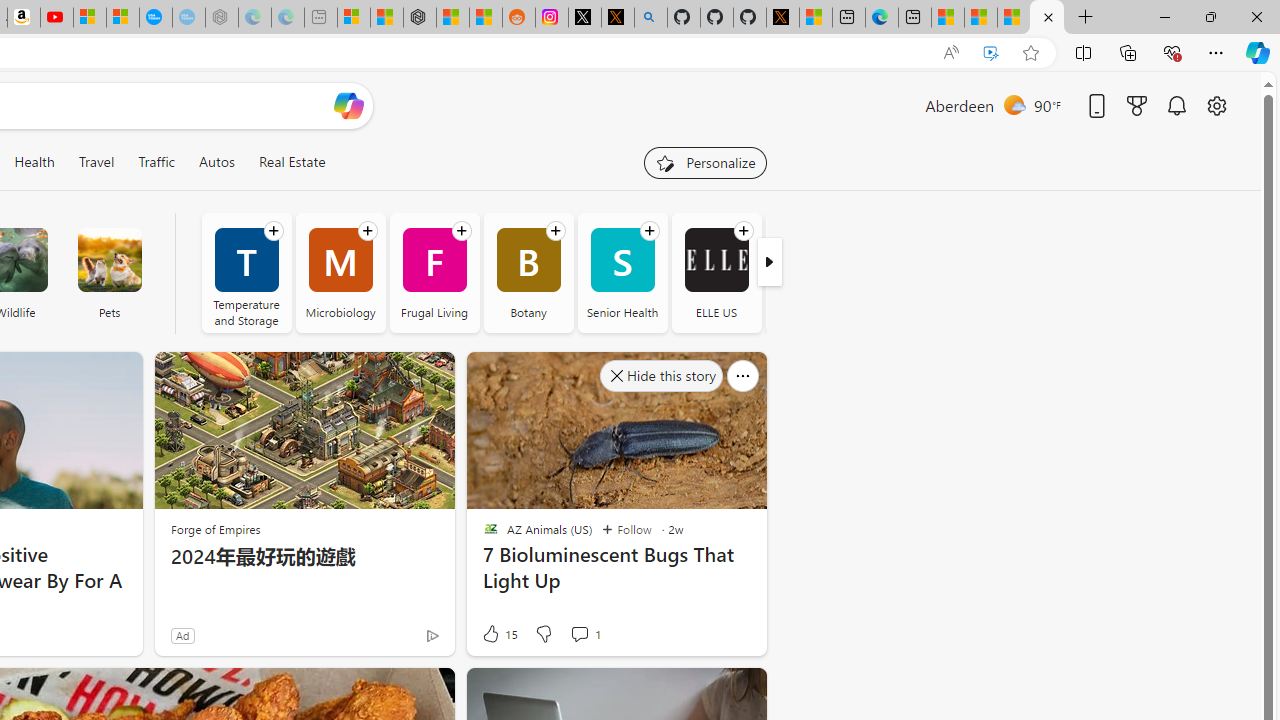 The image size is (1280, 720). Describe the element at coordinates (650, 17) in the screenshot. I see `'github - Search'` at that location.